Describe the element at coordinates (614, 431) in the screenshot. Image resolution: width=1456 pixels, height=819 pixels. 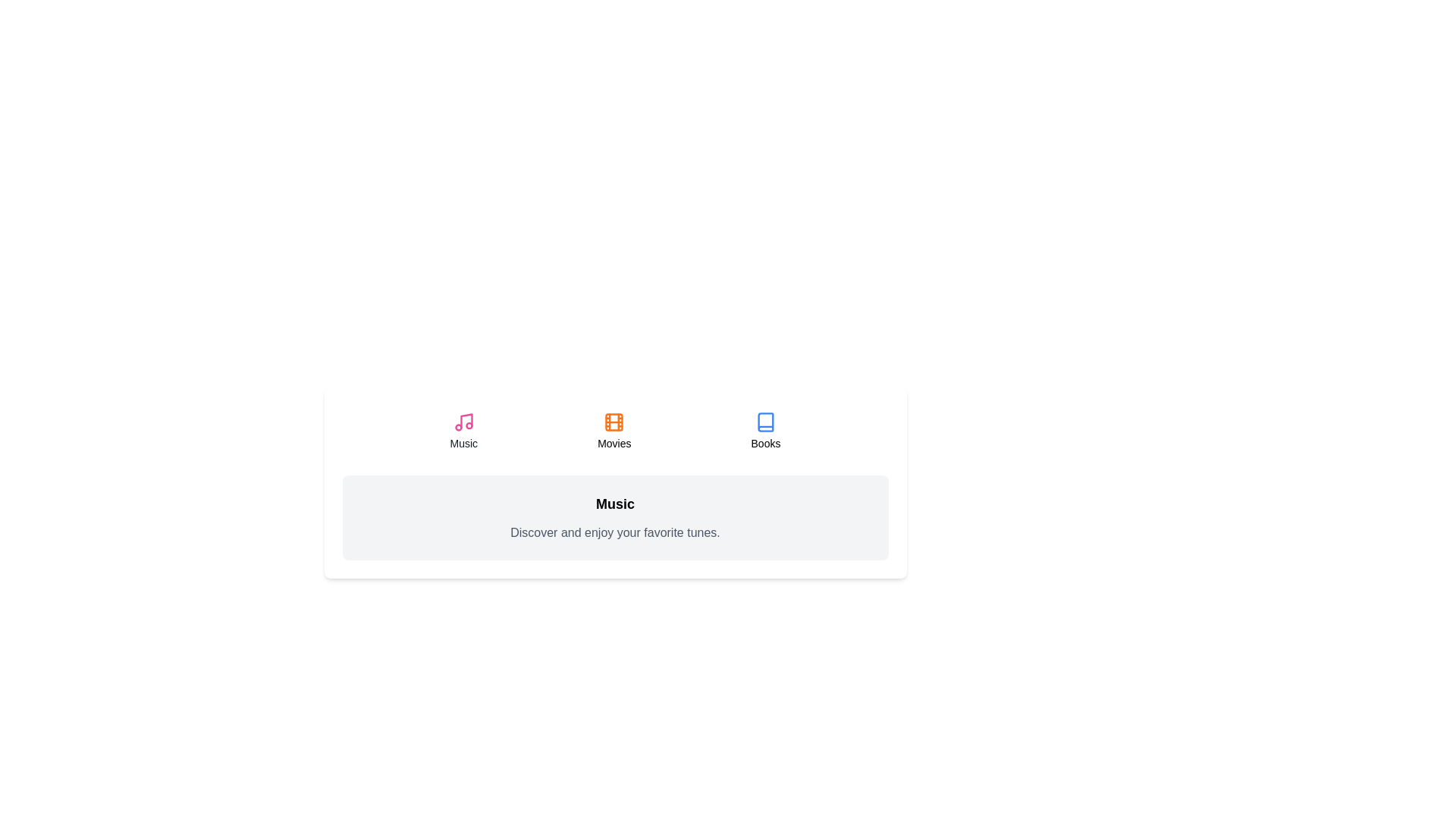
I see `the tab labeled 'Movies' to observe its hover effects` at that location.